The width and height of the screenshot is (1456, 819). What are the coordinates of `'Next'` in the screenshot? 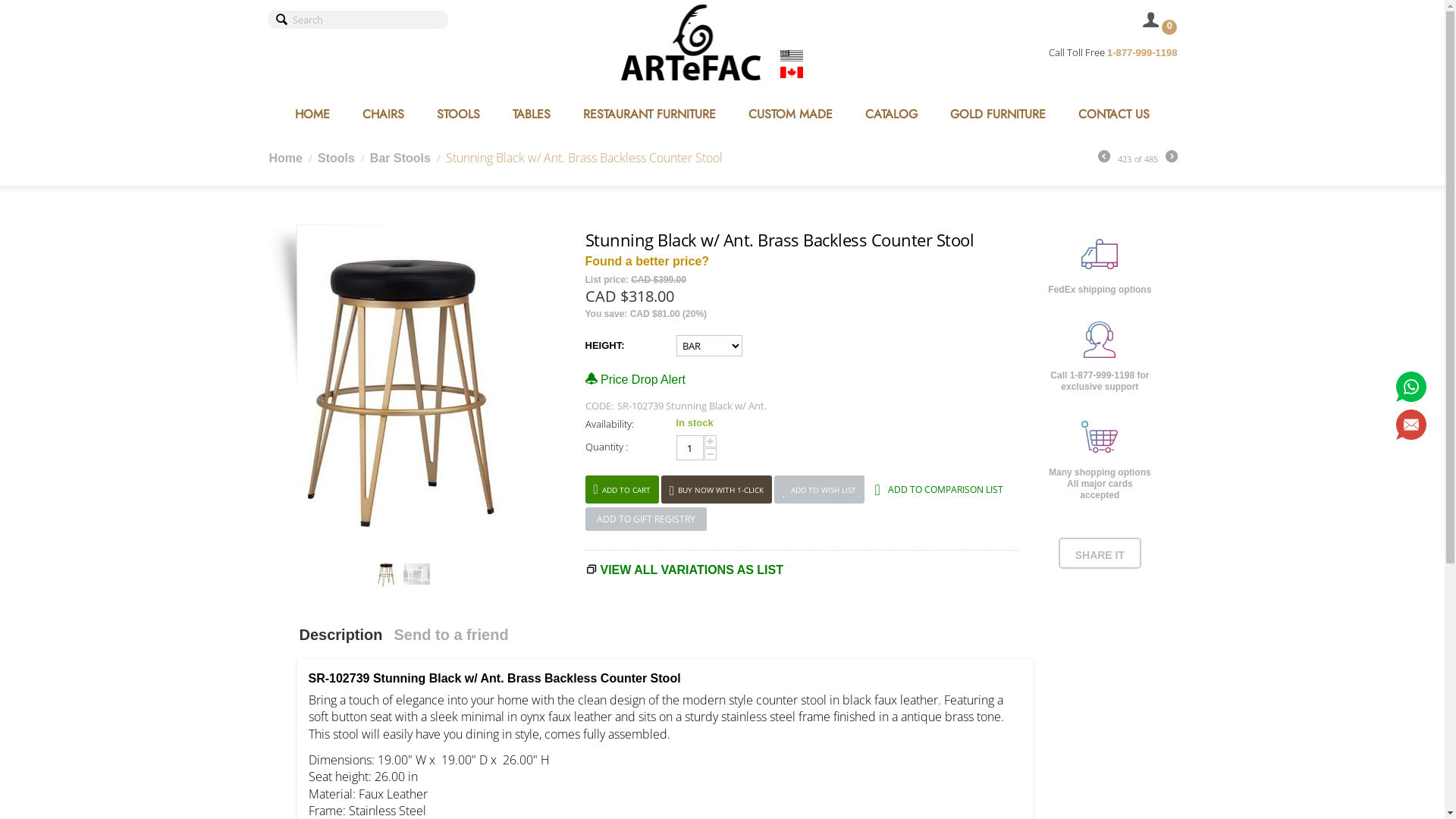 It's located at (1170, 158).